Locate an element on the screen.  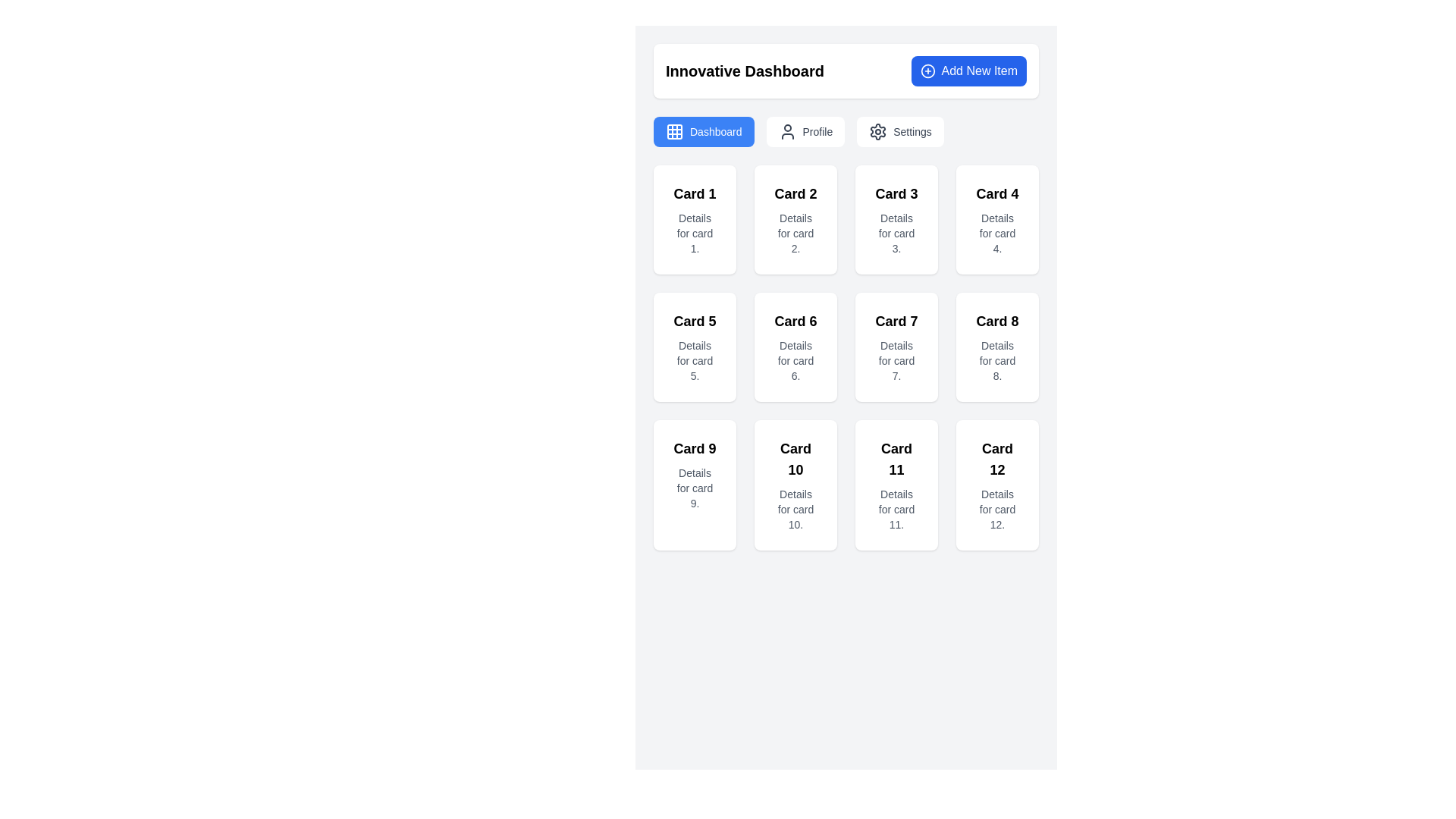
the central blue rounded square icon in the 3x3 grid layout, positioned near the top of the page, left of the 'Profile' and 'Settings' buttons is located at coordinates (673, 130).